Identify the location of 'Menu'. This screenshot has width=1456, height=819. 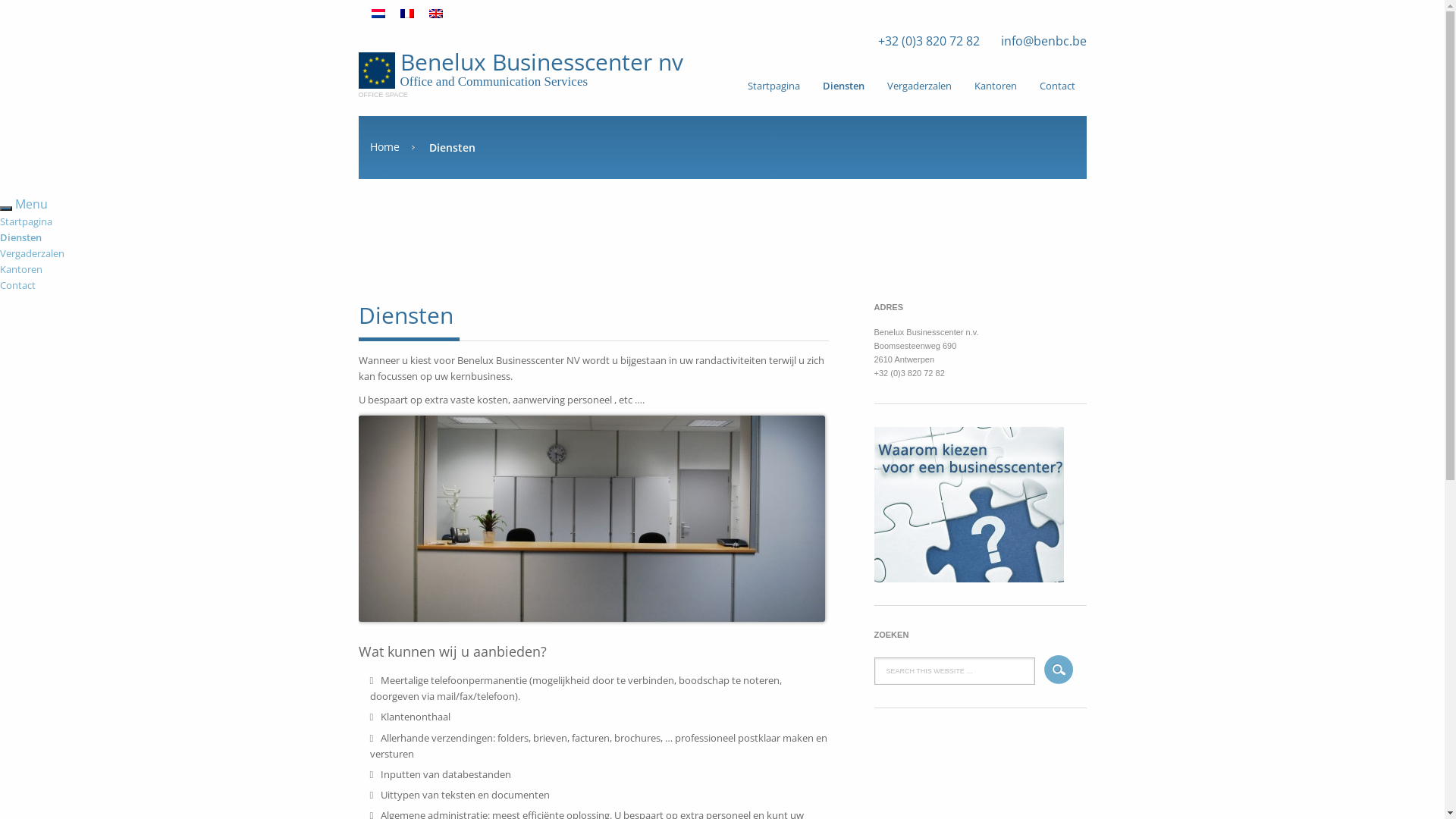
(31, 203).